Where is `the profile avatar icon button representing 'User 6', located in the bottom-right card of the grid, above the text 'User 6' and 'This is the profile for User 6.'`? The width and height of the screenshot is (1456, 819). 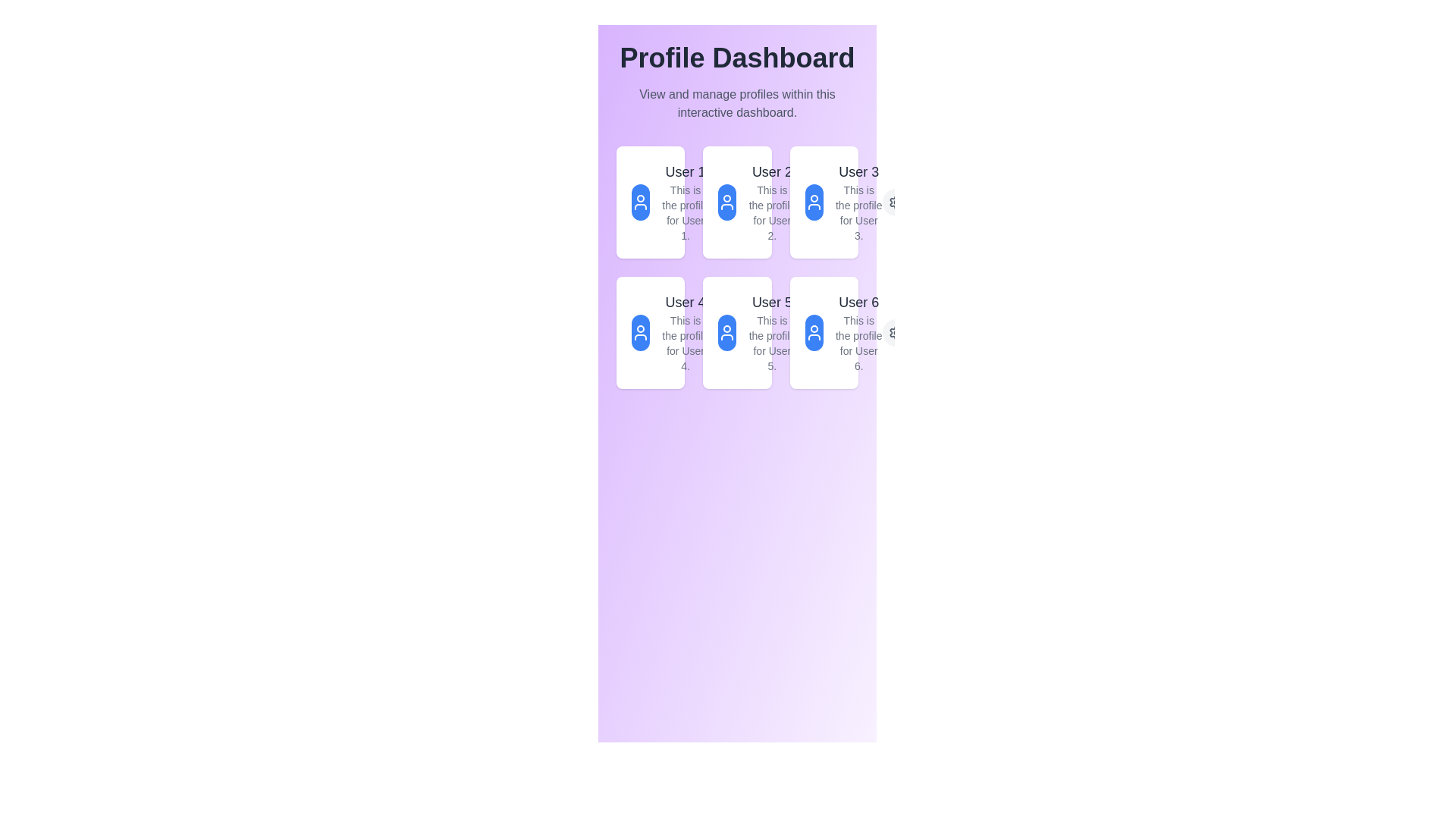 the profile avatar icon button representing 'User 6', located in the bottom-right card of the grid, above the text 'User 6' and 'This is the profile for User 6.' is located at coordinates (813, 332).